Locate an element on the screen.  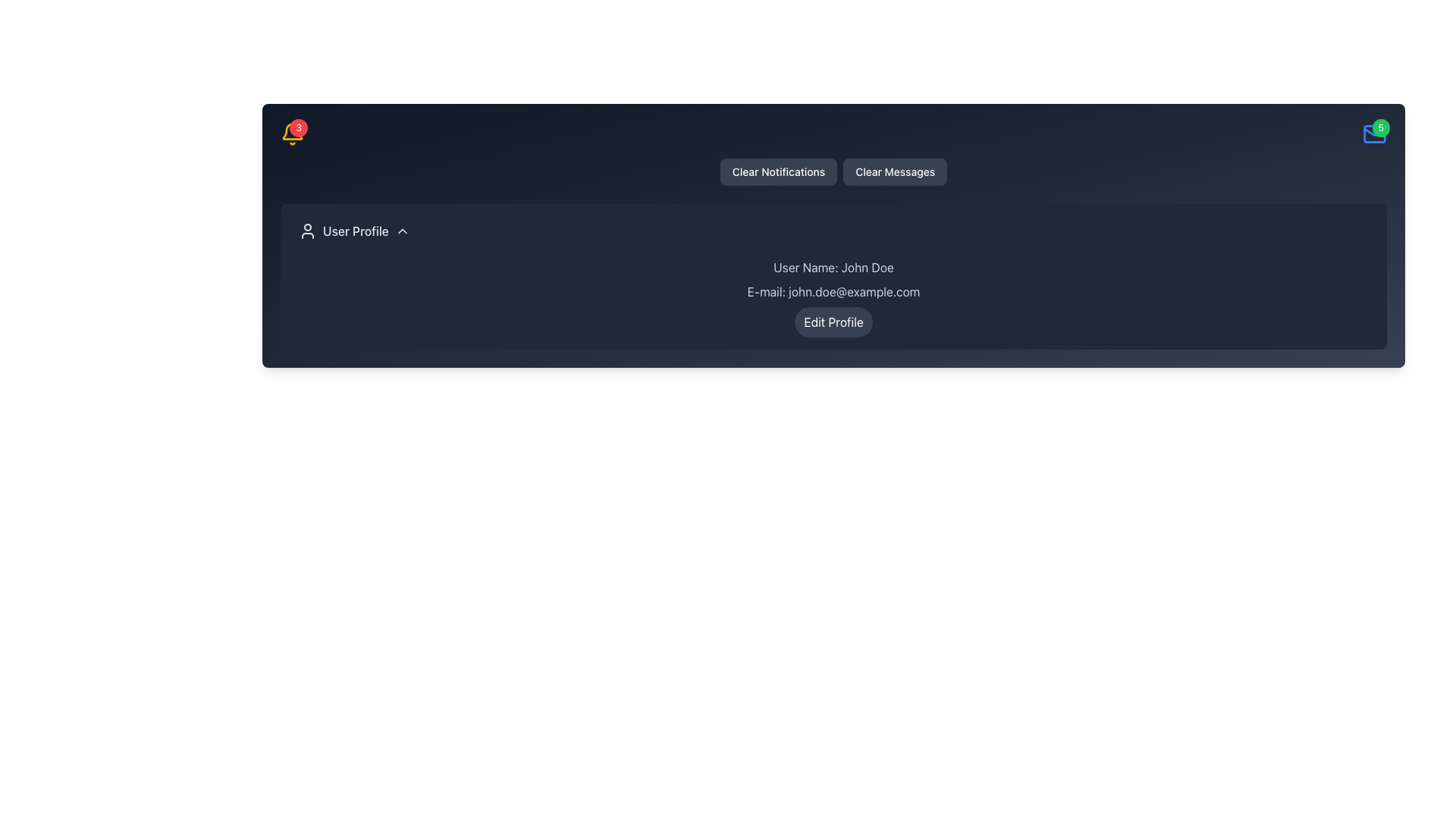
the decorative rectangular SVG graphical component located within the top-right corner of the interface, specifically inside the blue mailbox icon with a green badge is located at coordinates (1375, 133).